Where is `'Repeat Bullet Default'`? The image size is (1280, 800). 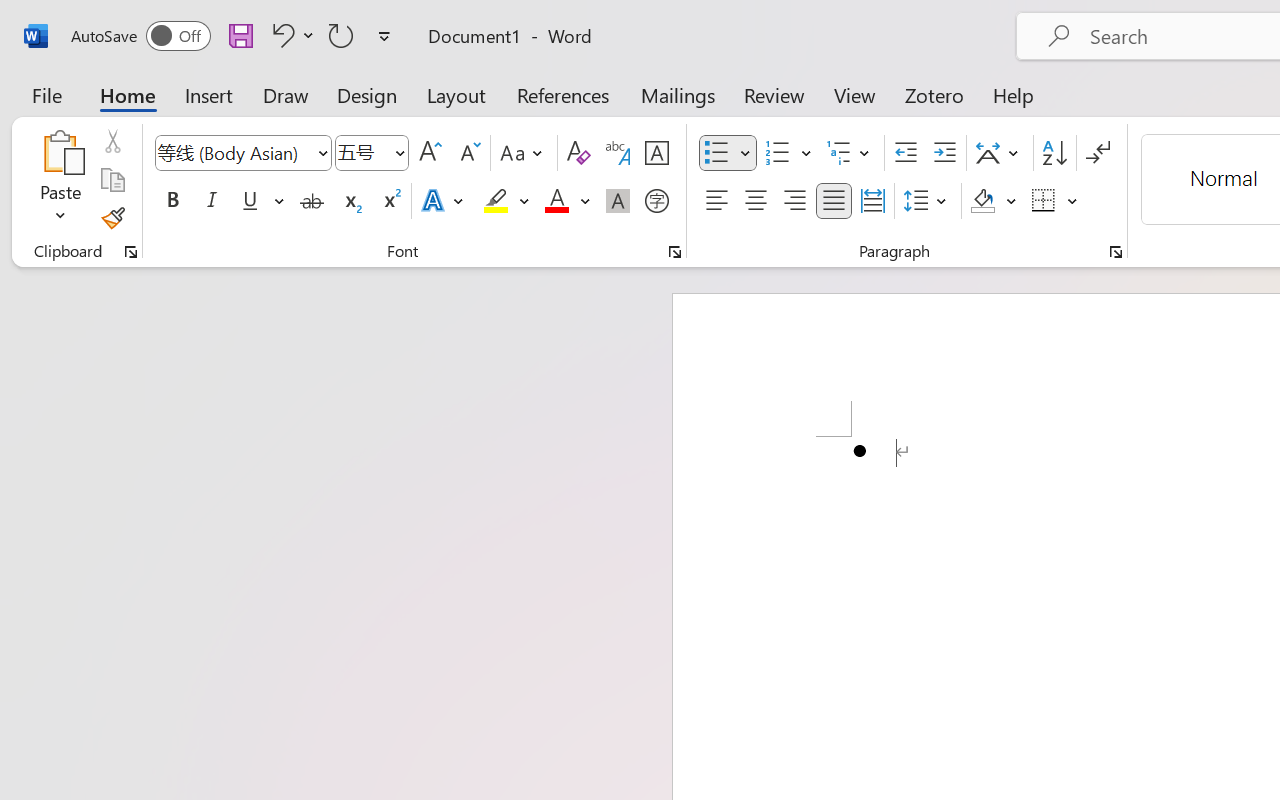 'Repeat Bullet Default' is located at coordinates (341, 34).